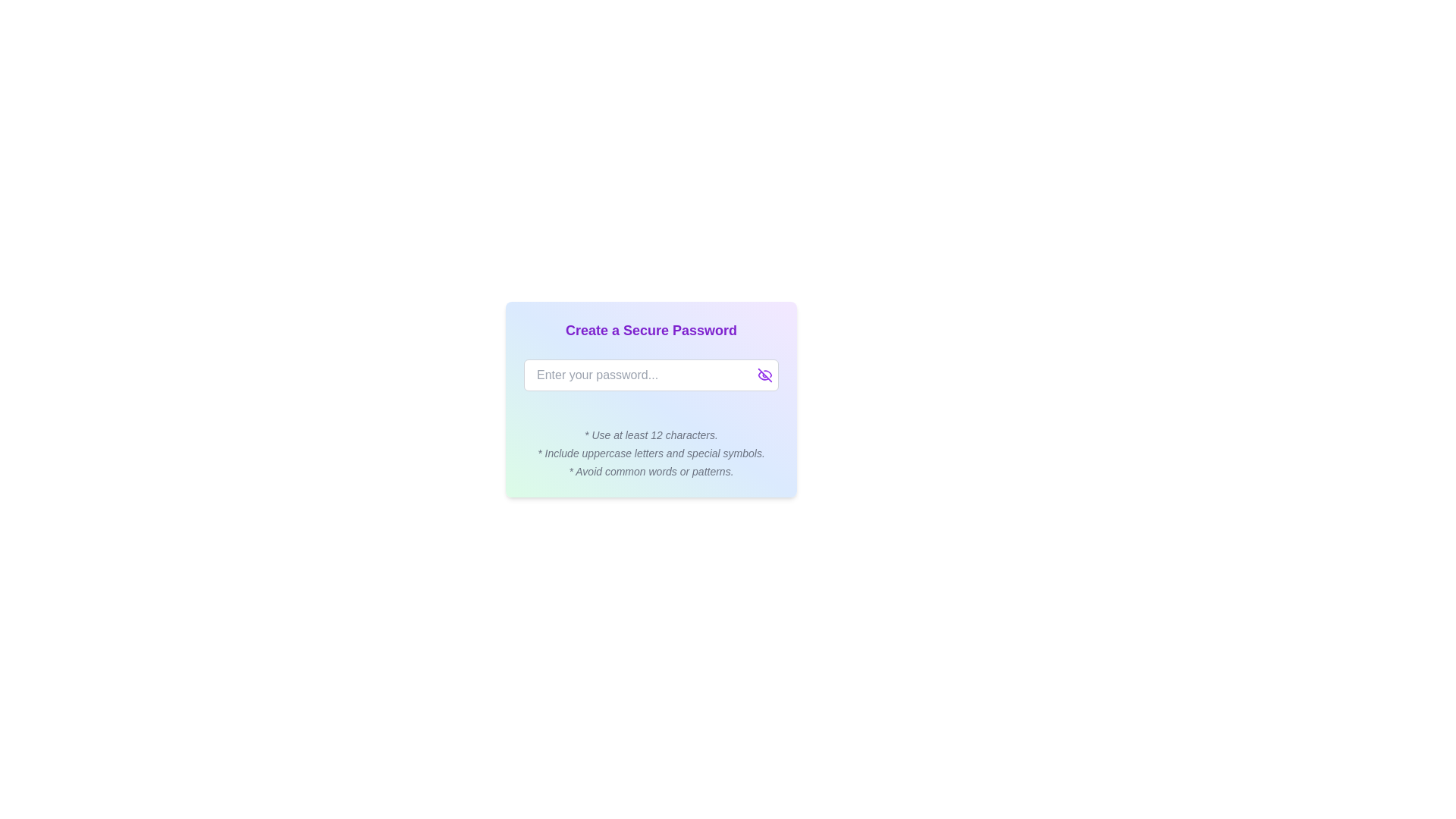 Image resolution: width=1456 pixels, height=819 pixels. Describe the element at coordinates (764, 375) in the screenshot. I see `the eye-slash icon located to the right side of the password input field` at that location.